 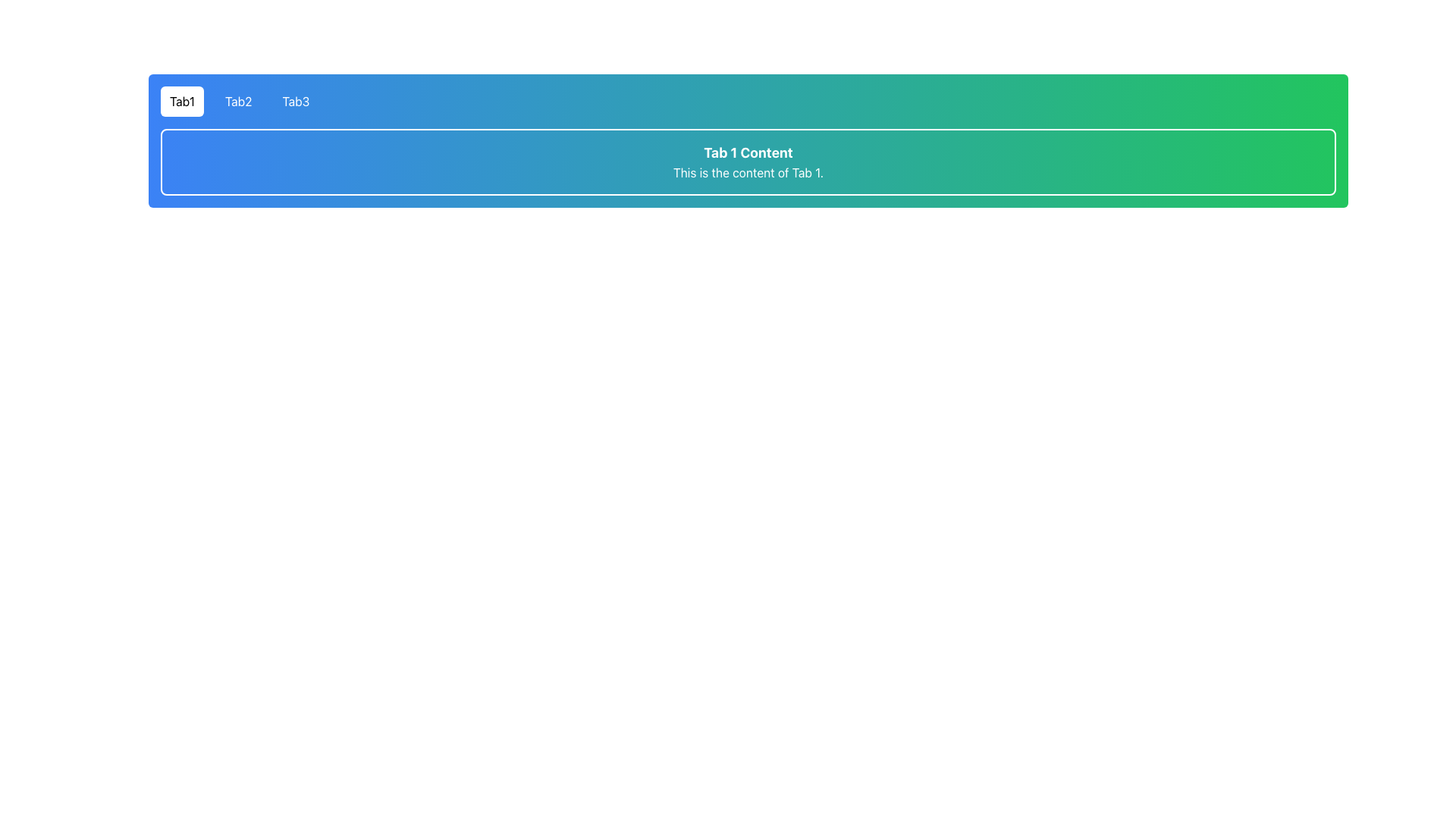 I want to click on the Text Display Panel that displays 'Tab 1 Content' and 'This is the content of Tab 1.' with a gradient background from blue to green, so click(x=748, y=162).